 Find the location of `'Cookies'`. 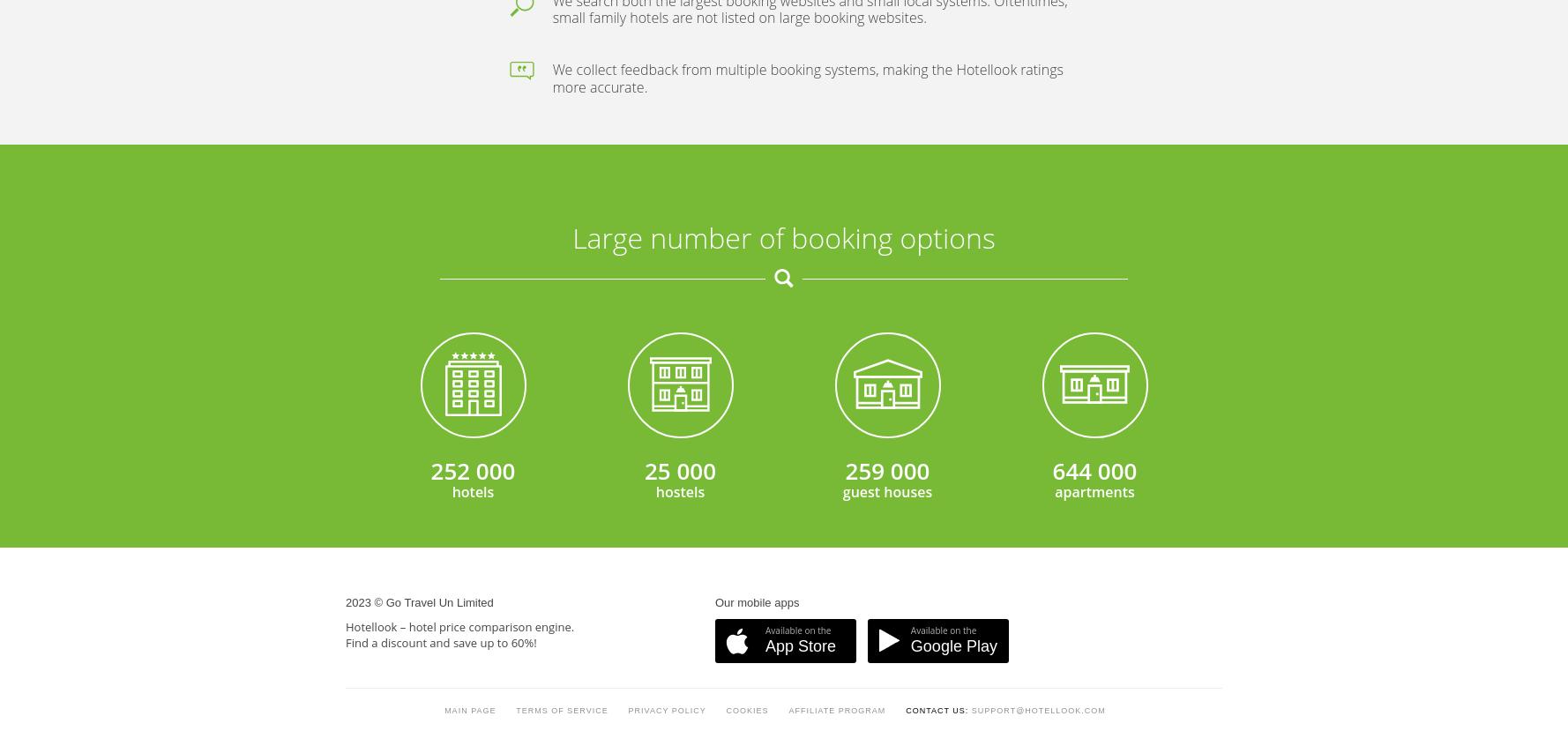

'Cookies' is located at coordinates (746, 280).